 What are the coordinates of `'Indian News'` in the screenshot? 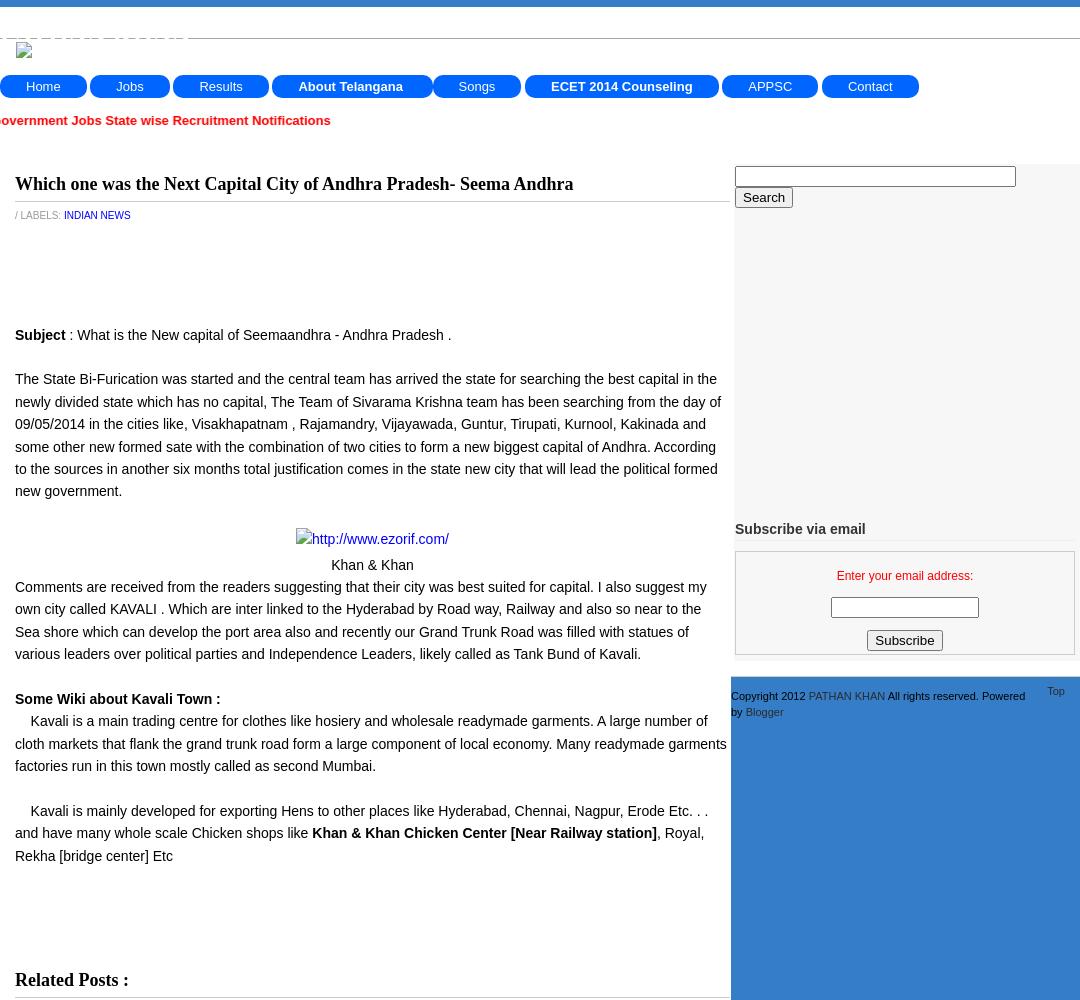 It's located at (96, 214).